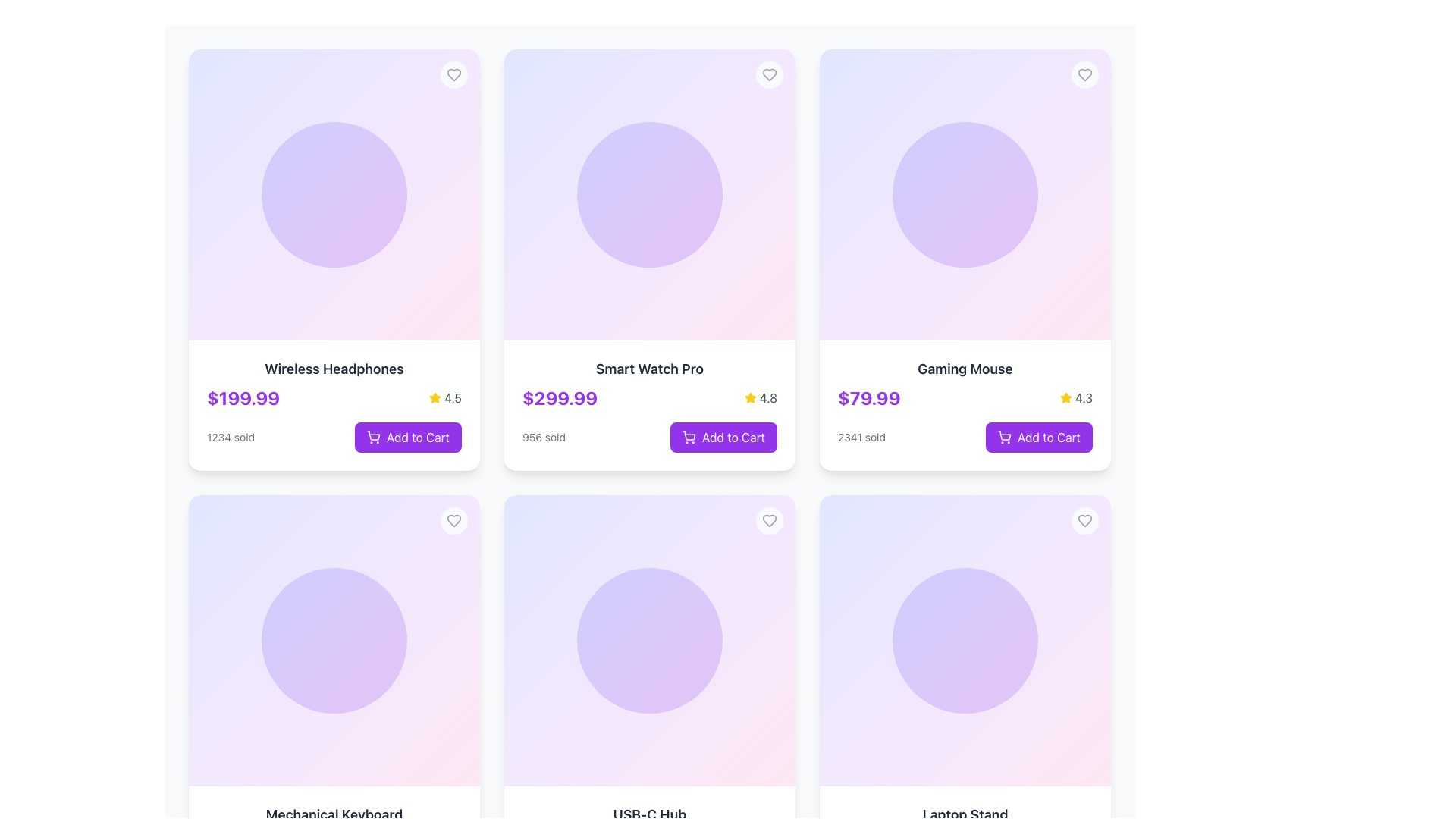  Describe the element at coordinates (1065, 397) in the screenshot. I see `the yellow star icon representing a rating, located beside the text '4.3' on the 'Gaming Mouse' product card in the top-right section` at that location.